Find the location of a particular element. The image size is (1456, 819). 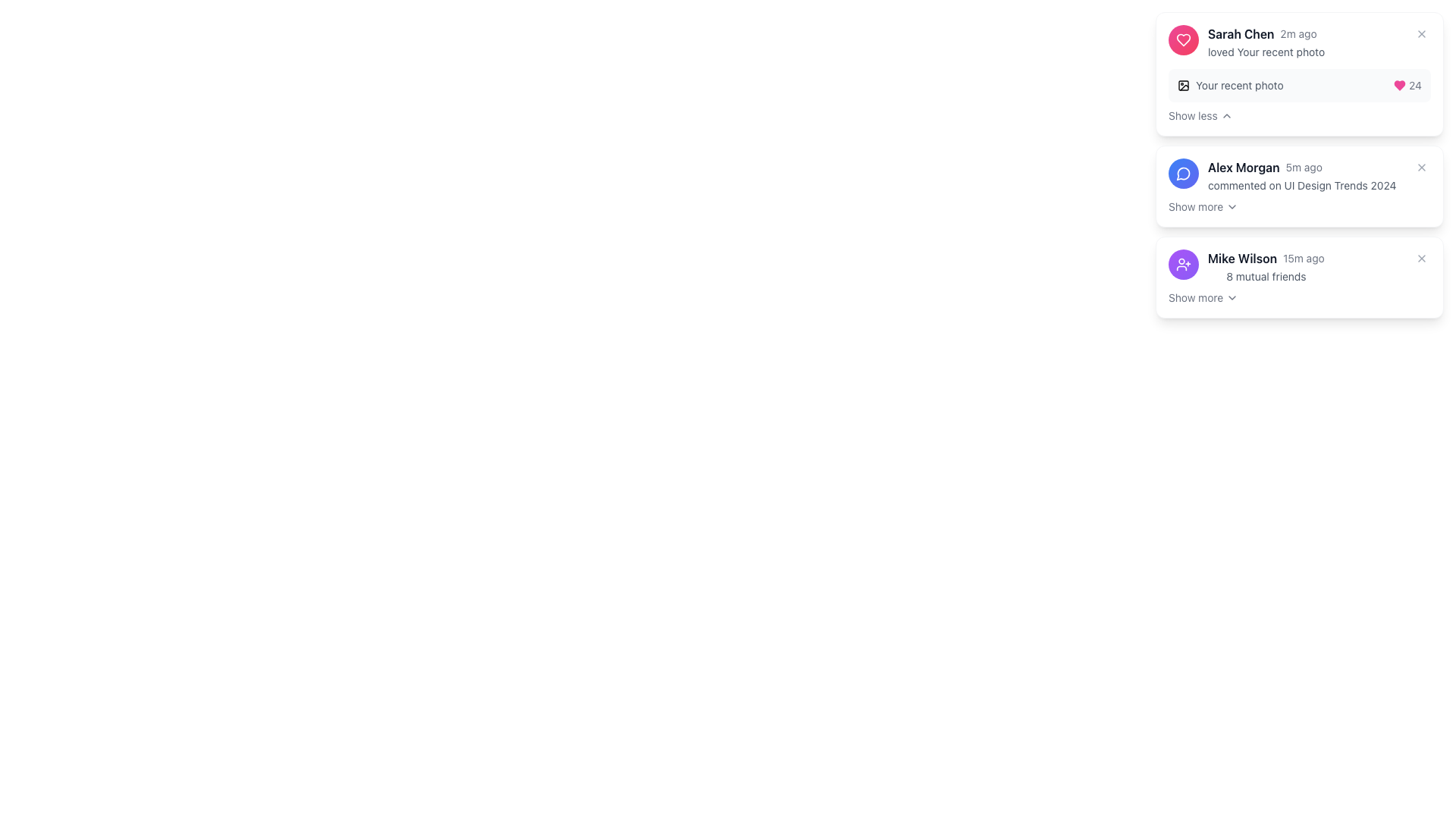

the small circular button with a gray background and an 'X' icon located at the top-right corner of the card associated with 'Mike Wilson' to change the background color is located at coordinates (1421, 257).